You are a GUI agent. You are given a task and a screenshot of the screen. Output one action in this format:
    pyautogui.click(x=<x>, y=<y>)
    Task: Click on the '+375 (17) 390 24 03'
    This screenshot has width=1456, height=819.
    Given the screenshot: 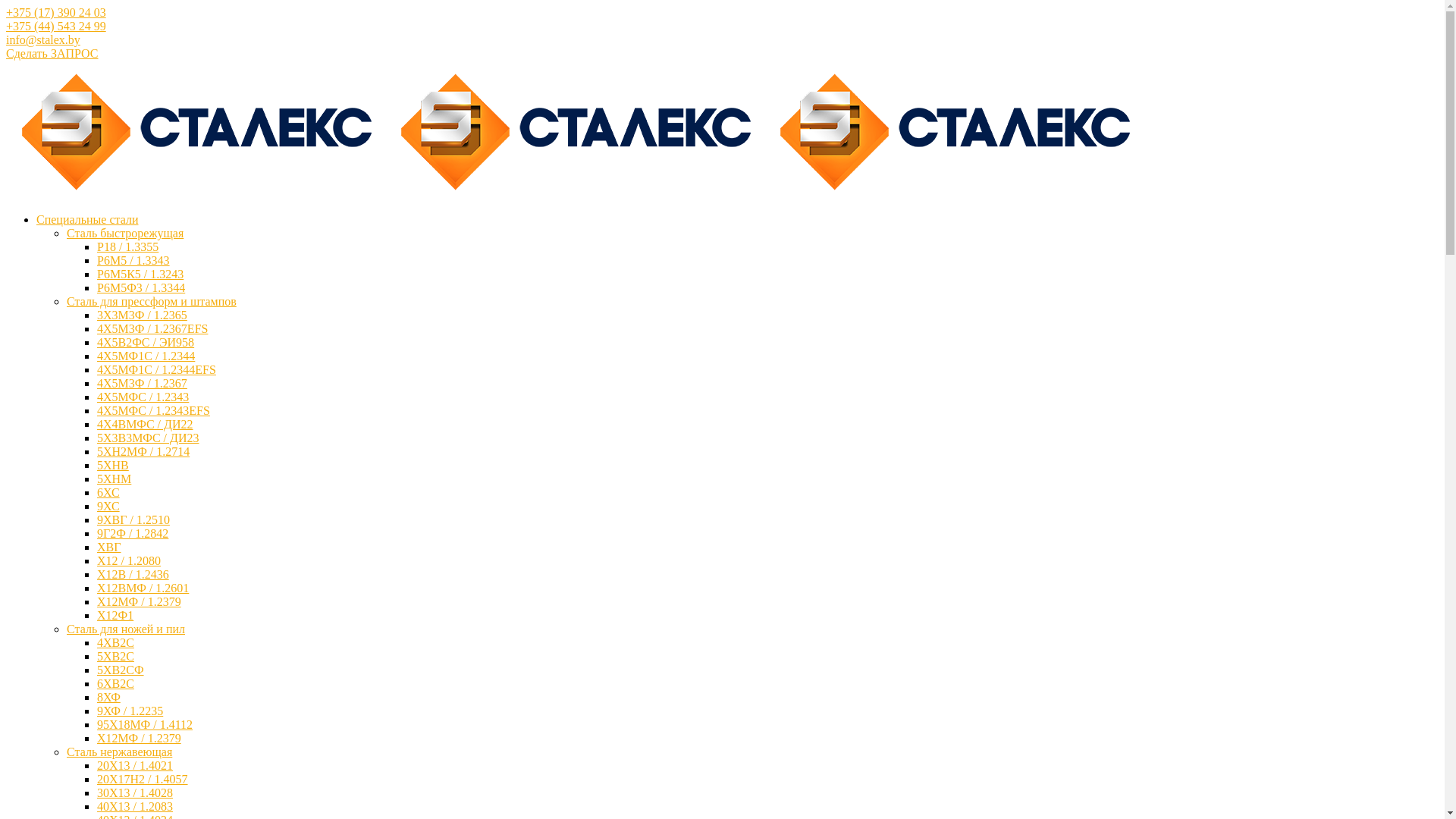 What is the action you would take?
    pyautogui.click(x=55, y=12)
    